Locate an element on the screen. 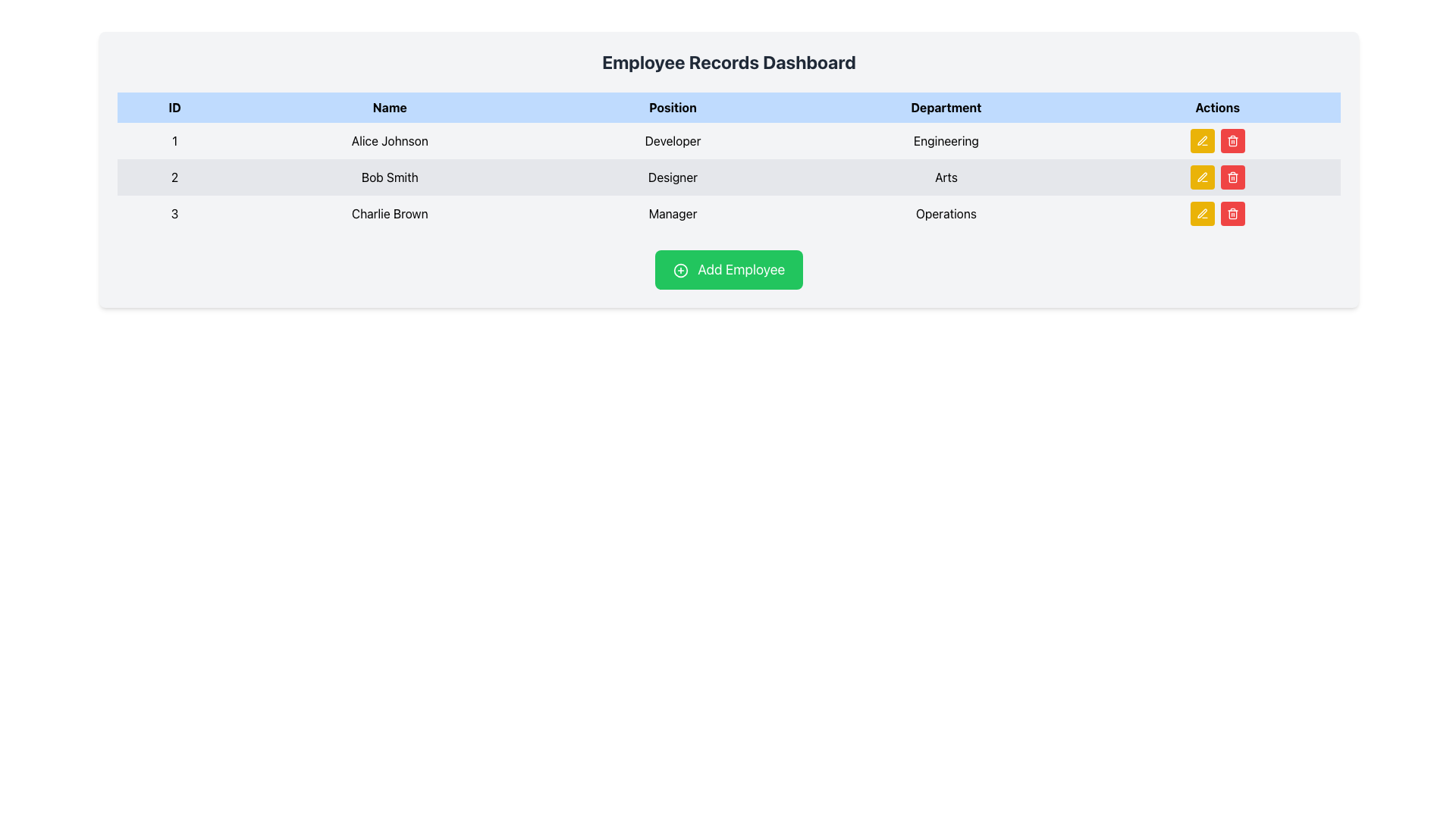 The image size is (1456, 819). the yellow edit button with a pen icon located in the 'Actions' column of the third row for the 'Operations' department is located at coordinates (1201, 213).